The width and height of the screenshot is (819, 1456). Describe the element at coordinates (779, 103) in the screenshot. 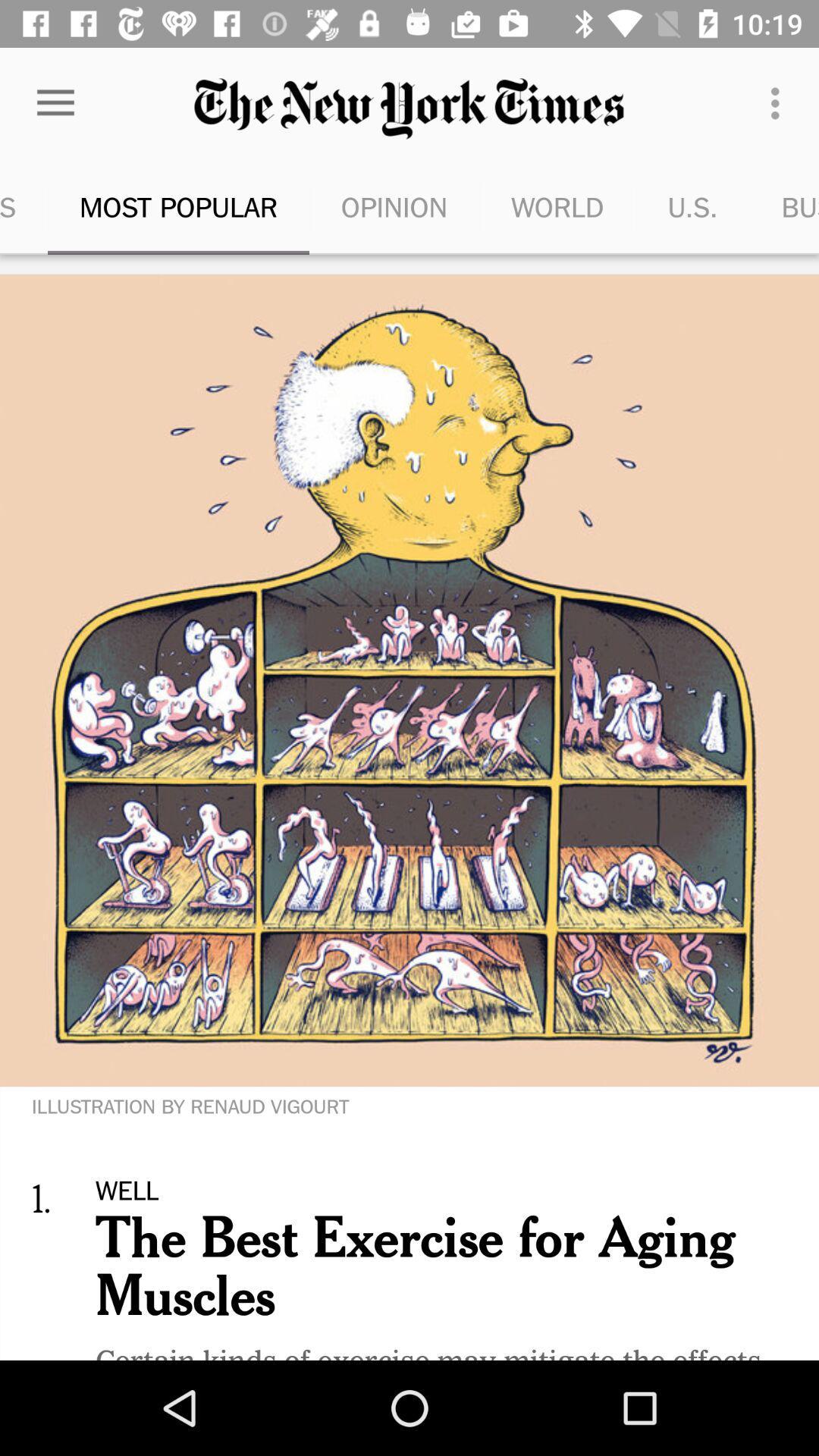

I see `the button which is above bu` at that location.